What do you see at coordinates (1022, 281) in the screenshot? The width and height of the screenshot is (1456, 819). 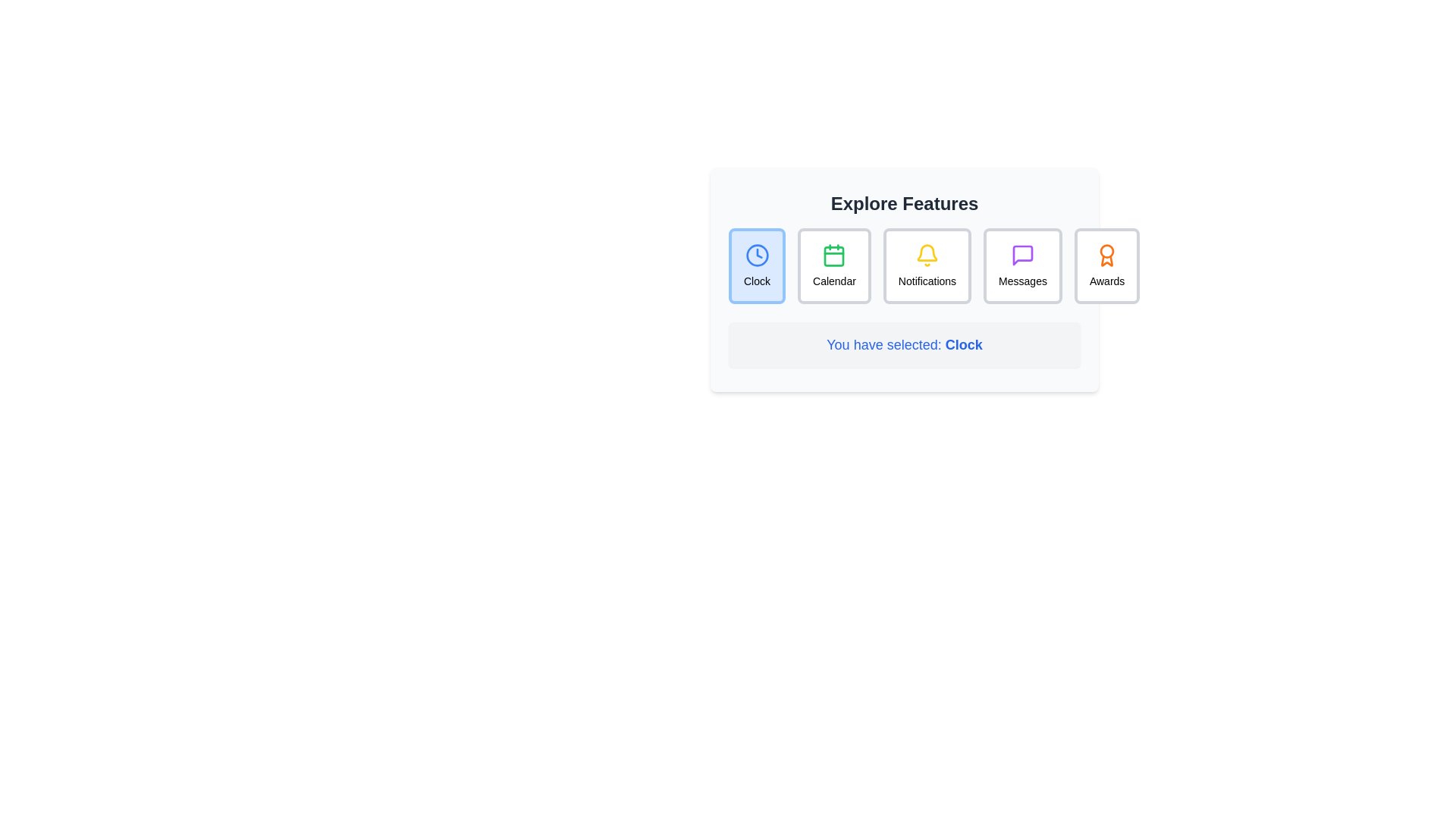 I see `the 'Messages' text label that provides clarity about the messaging icon situated directly above it in the interface` at bounding box center [1022, 281].